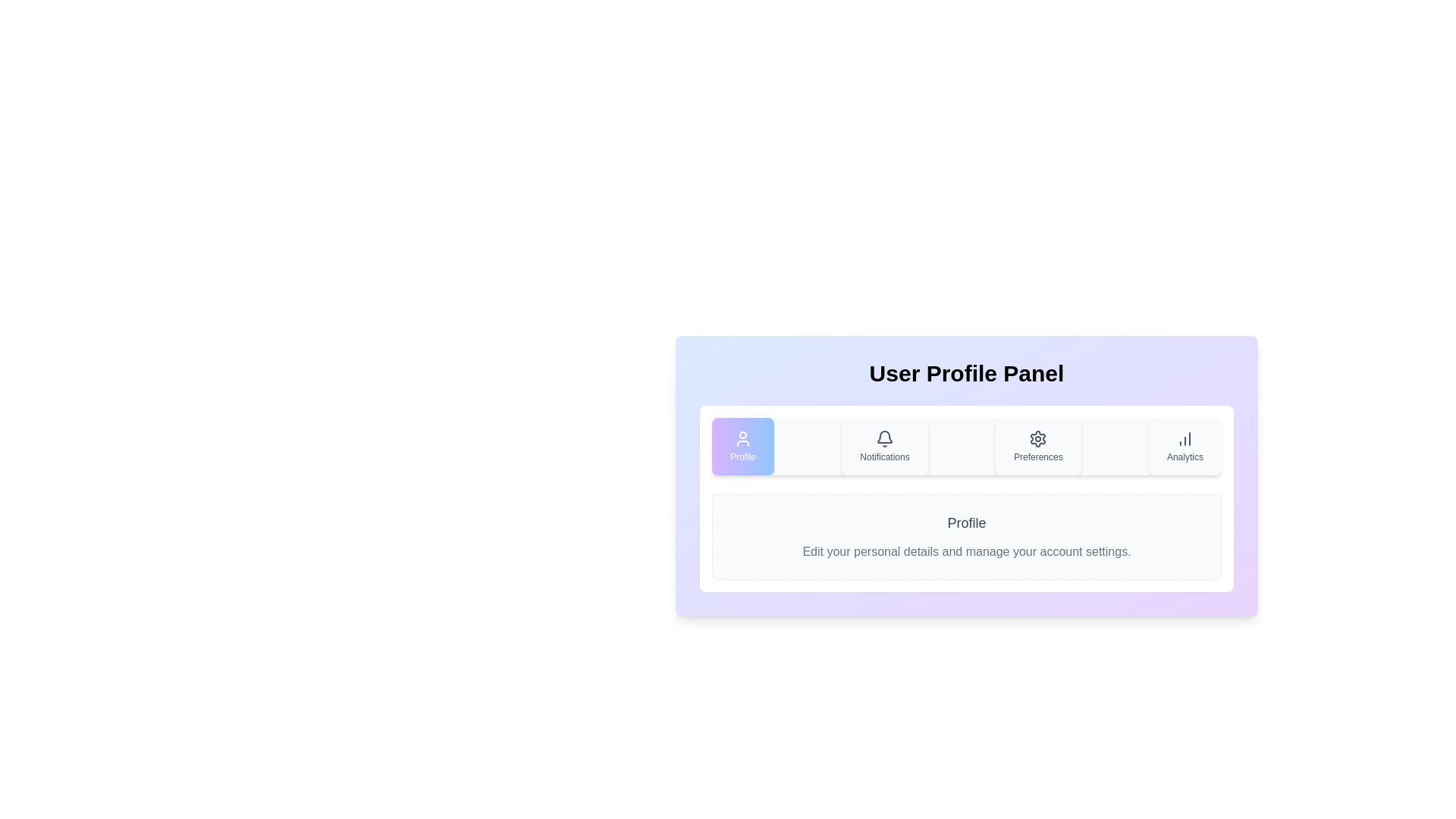 The image size is (1456, 819). I want to click on the tab labeled Notifications to preview its interactive effect, so click(884, 446).